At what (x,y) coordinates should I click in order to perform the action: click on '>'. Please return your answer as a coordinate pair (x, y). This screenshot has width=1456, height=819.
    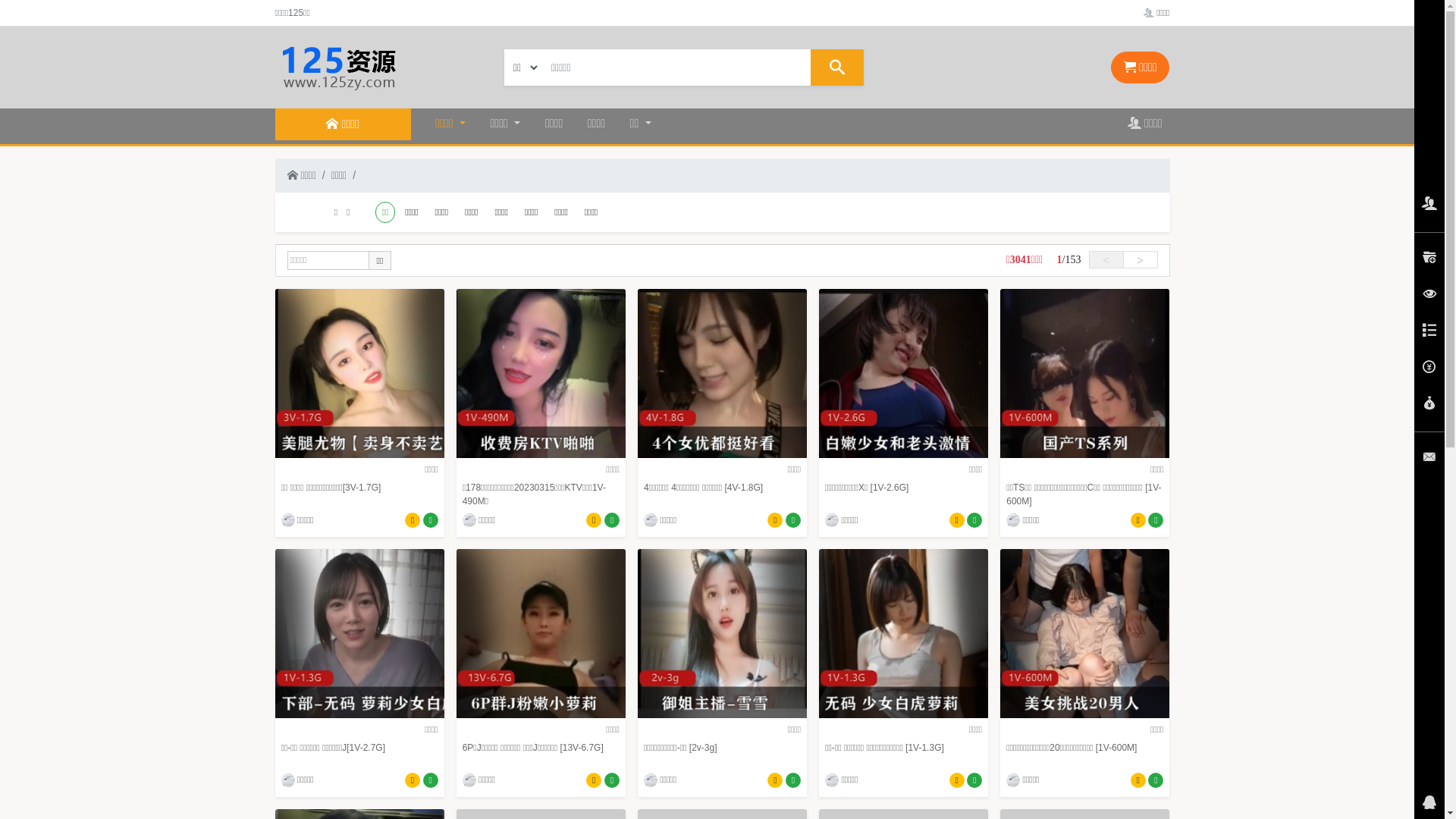
    Looking at the image, I should click on (1139, 259).